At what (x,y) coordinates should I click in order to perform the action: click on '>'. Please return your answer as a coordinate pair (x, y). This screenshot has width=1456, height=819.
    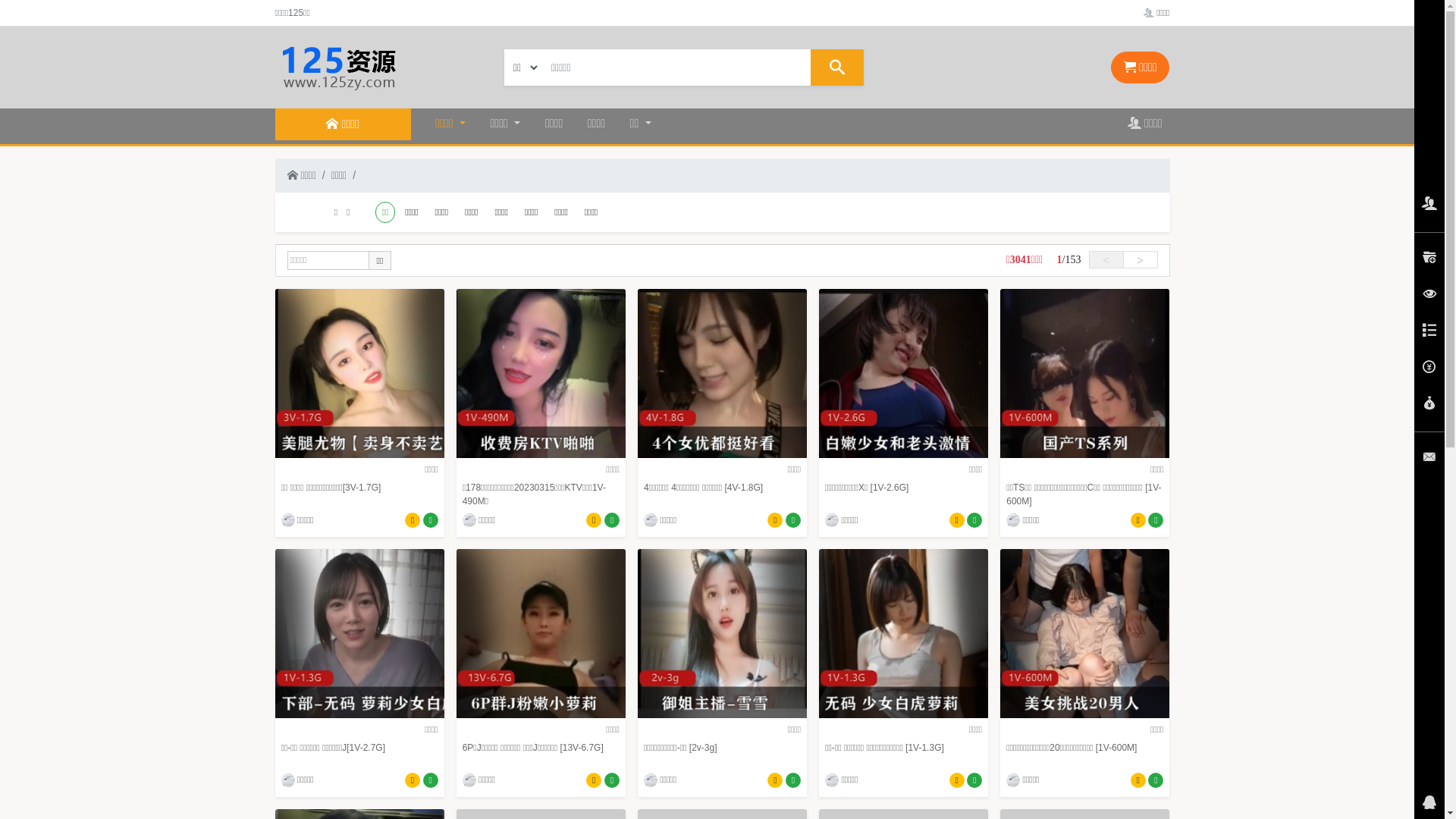
    Looking at the image, I should click on (1139, 259).